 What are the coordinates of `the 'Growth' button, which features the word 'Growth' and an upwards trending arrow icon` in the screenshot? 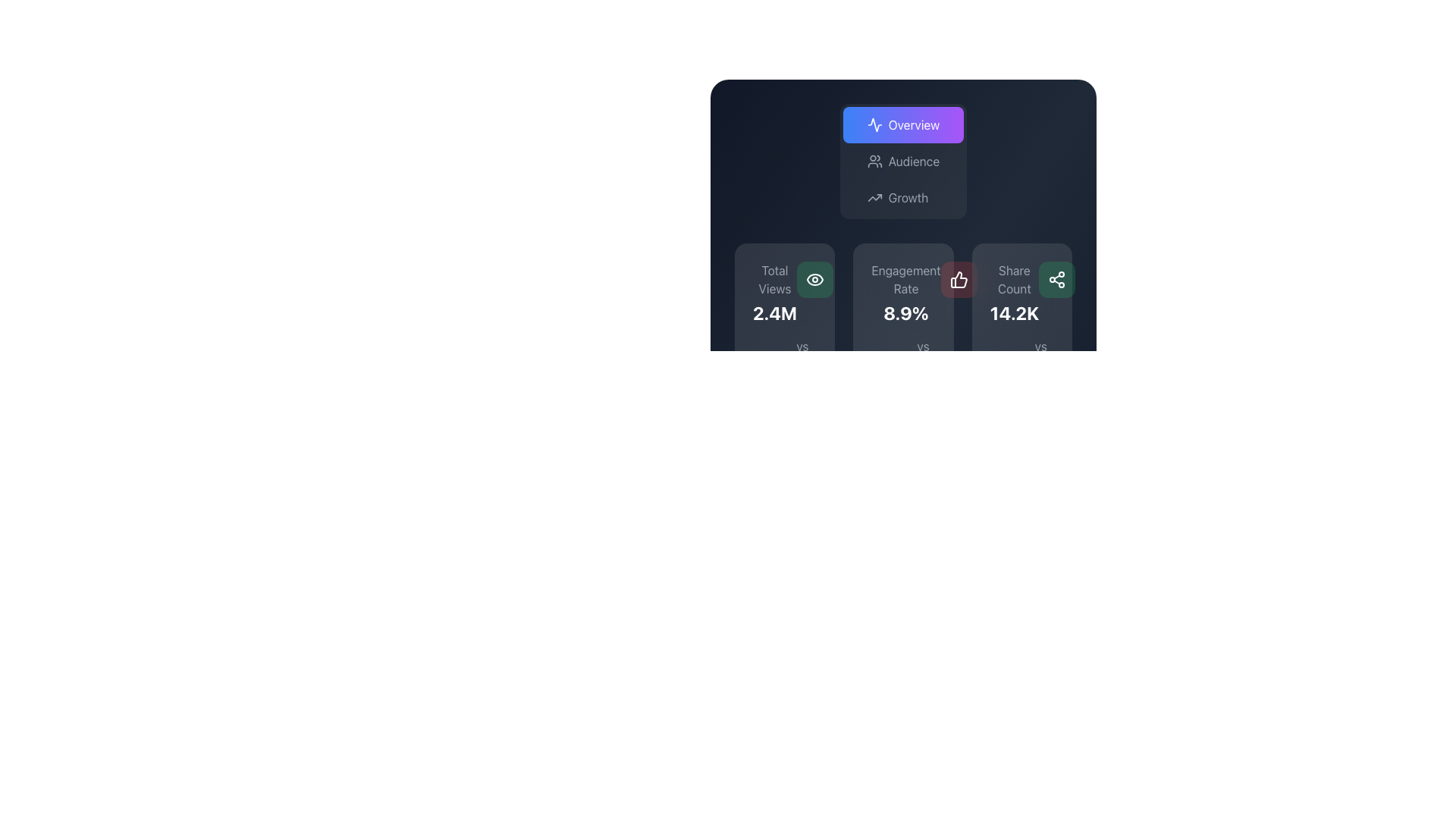 It's located at (898, 197).